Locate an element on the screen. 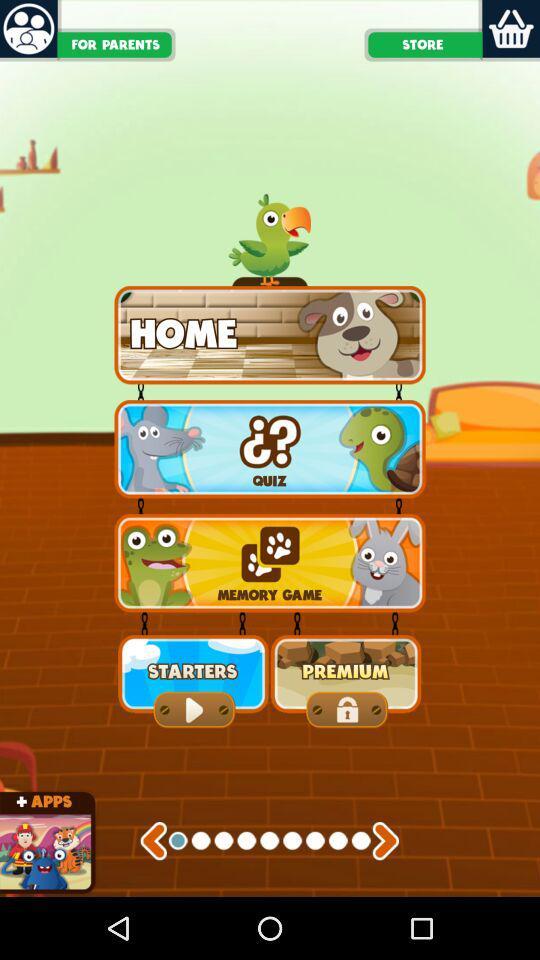 The height and width of the screenshot is (960, 540). the arrow_backward icon is located at coordinates (152, 899).